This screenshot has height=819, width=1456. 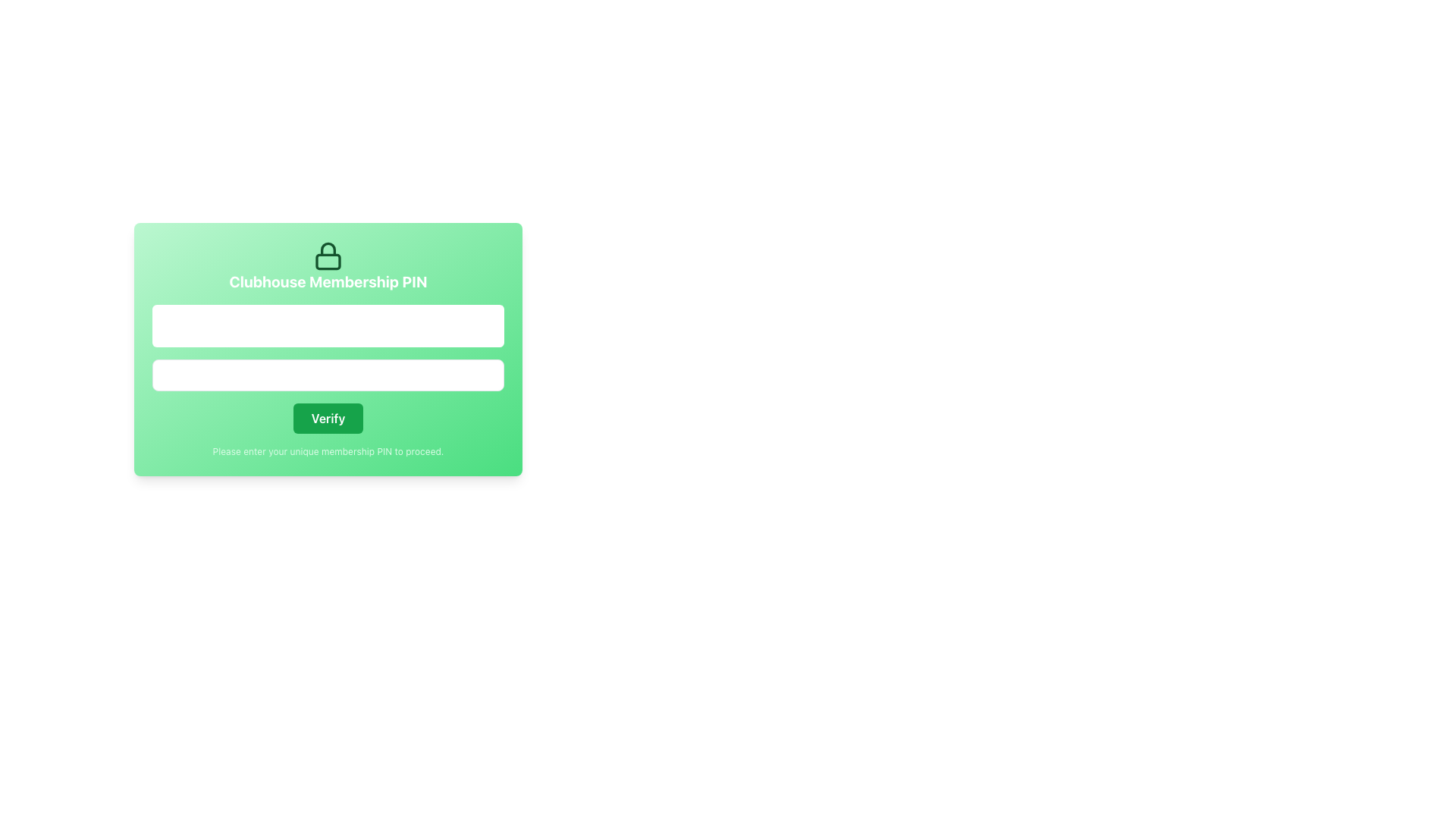 I want to click on the 'Verify' button located centrally below the password input field, so click(x=327, y=418).